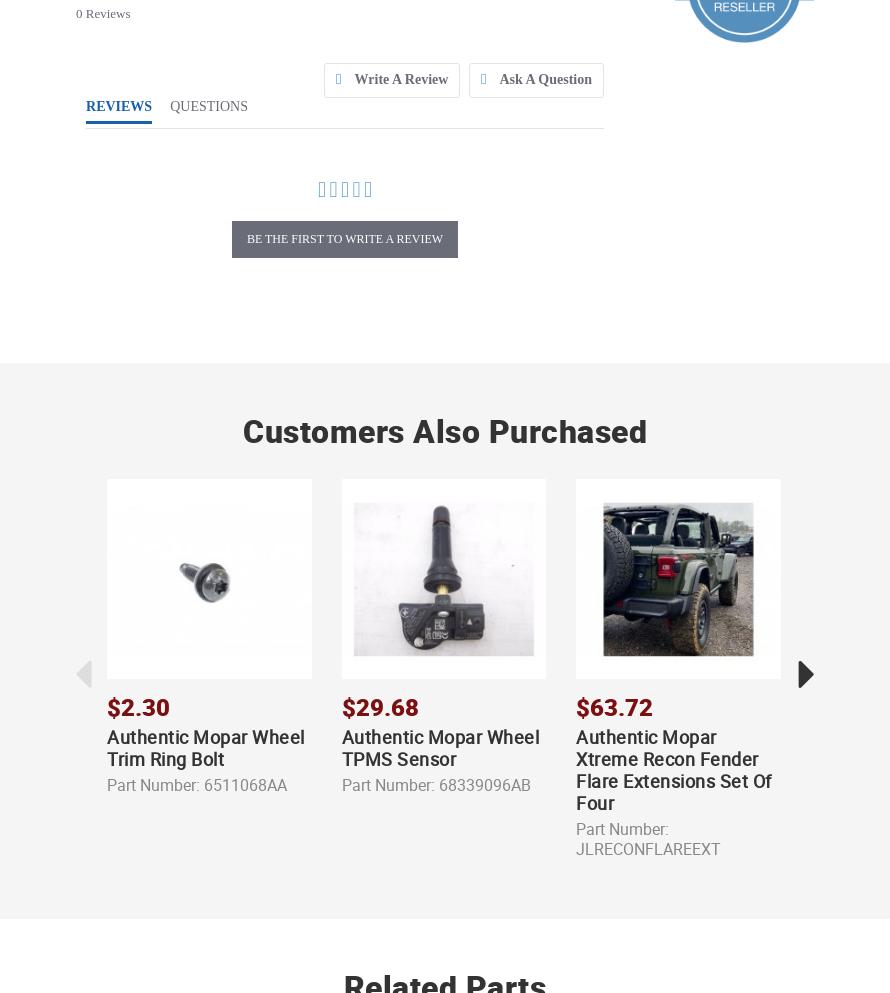 The width and height of the screenshot is (890, 993). I want to click on 'REVIEWS', so click(117, 104).